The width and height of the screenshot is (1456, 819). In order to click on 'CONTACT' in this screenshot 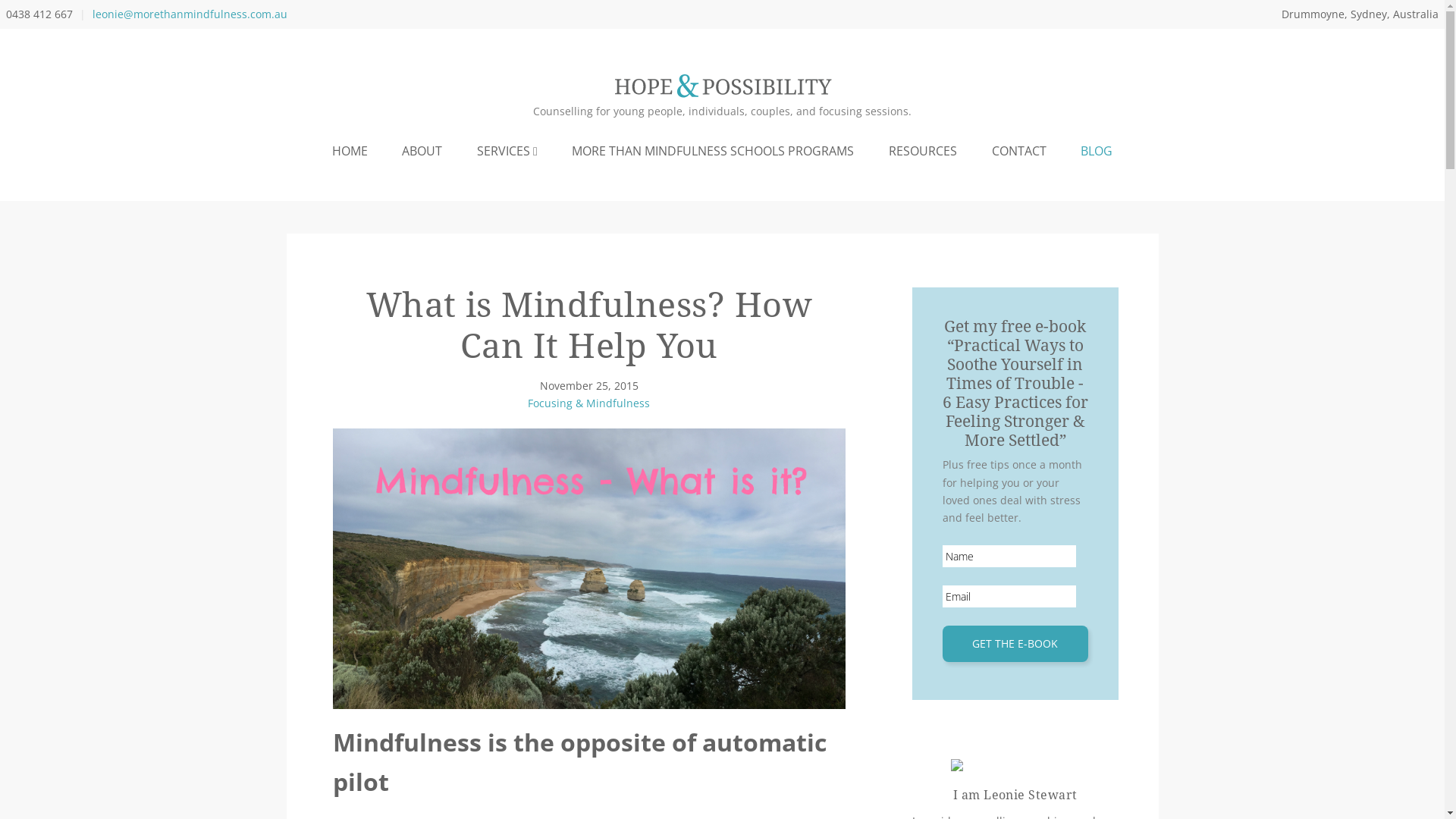, I will do `click(1019, 150)`.